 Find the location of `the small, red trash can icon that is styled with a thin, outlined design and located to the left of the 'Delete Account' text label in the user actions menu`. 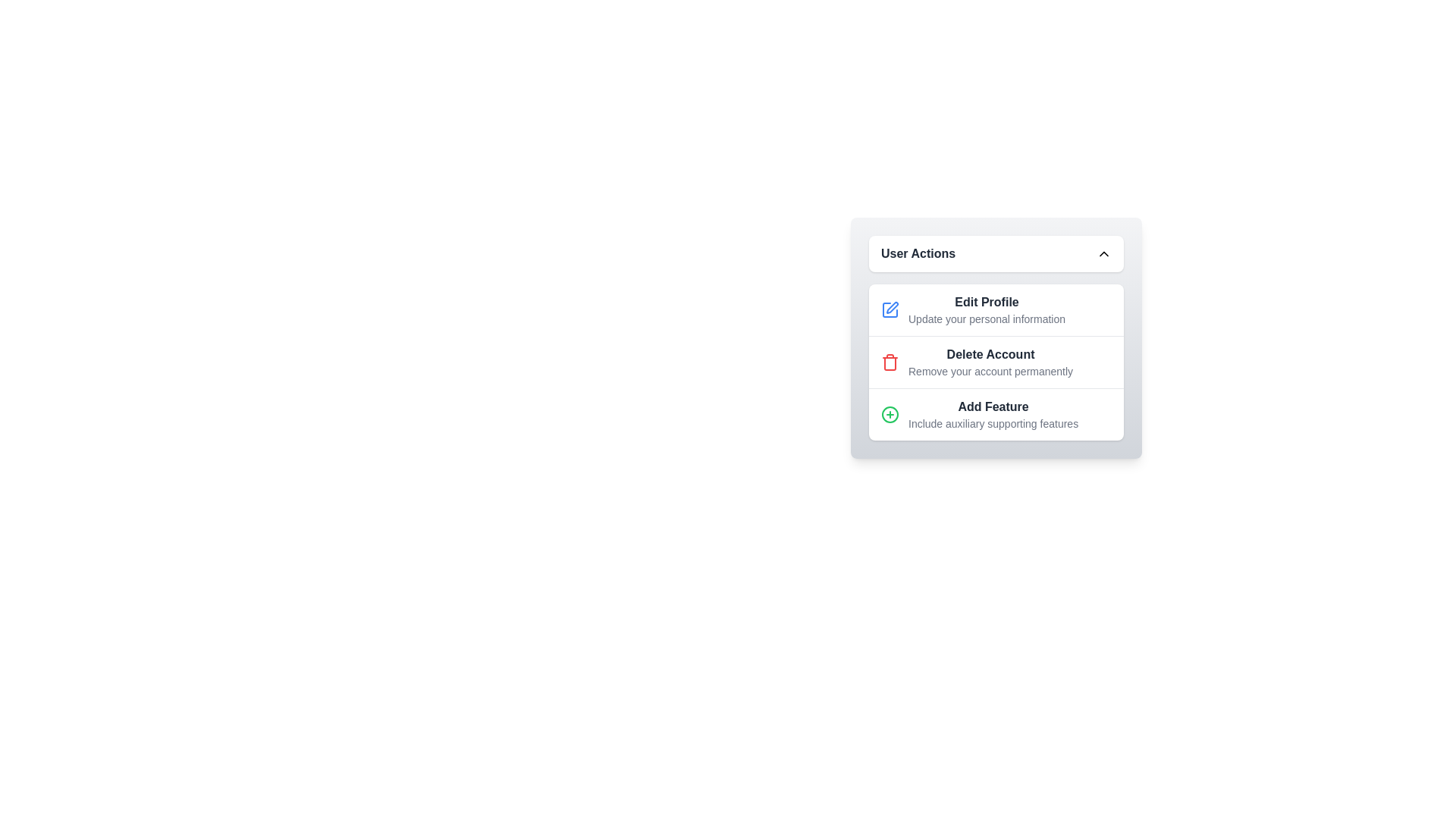

the small, red trash can icon that is styled with a thin, outlined design and located to the left of the 'Delete Account' text label in the user actions menu is located at coordinates (890, 362).